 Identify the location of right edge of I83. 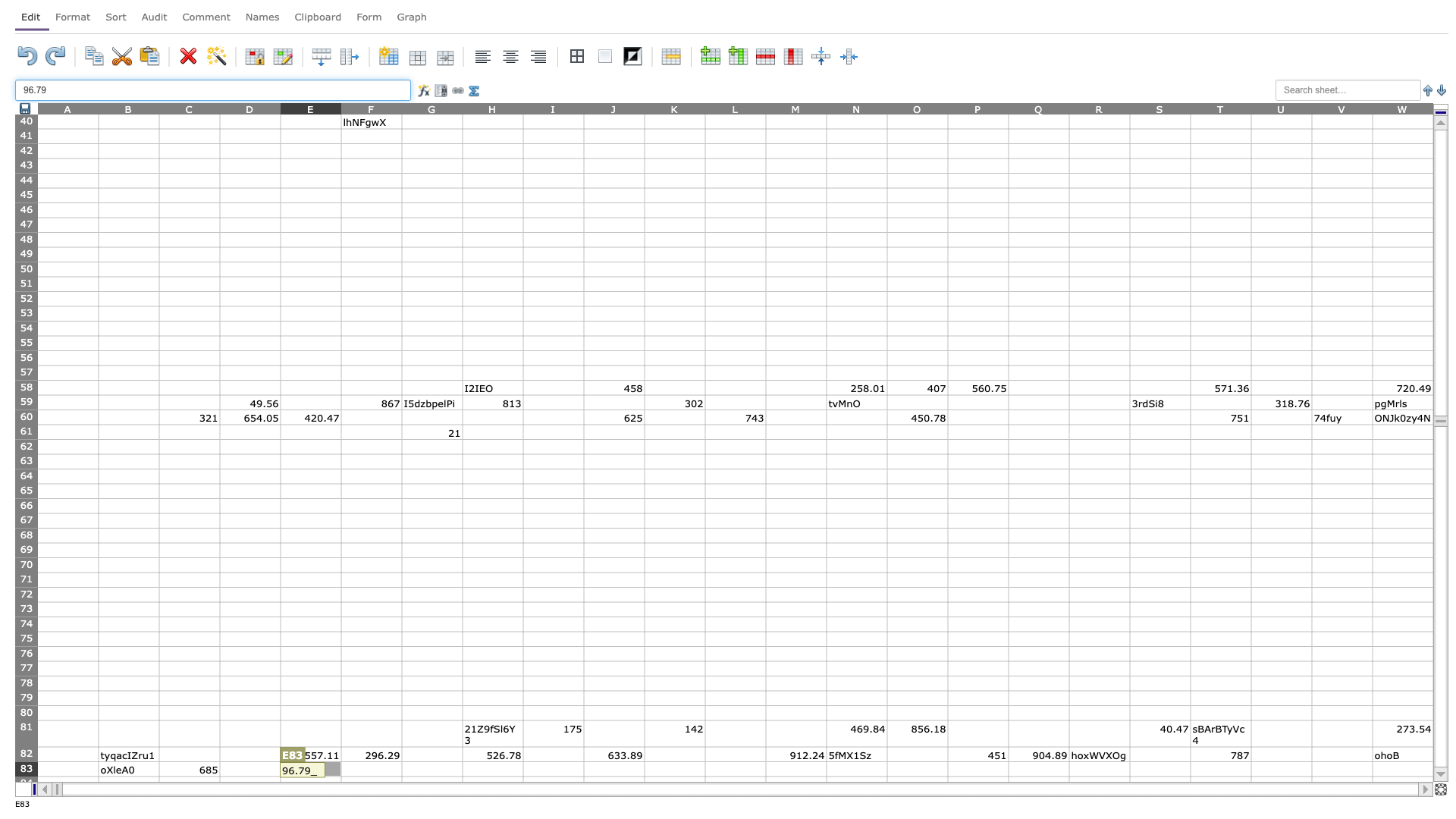
(582, 769).